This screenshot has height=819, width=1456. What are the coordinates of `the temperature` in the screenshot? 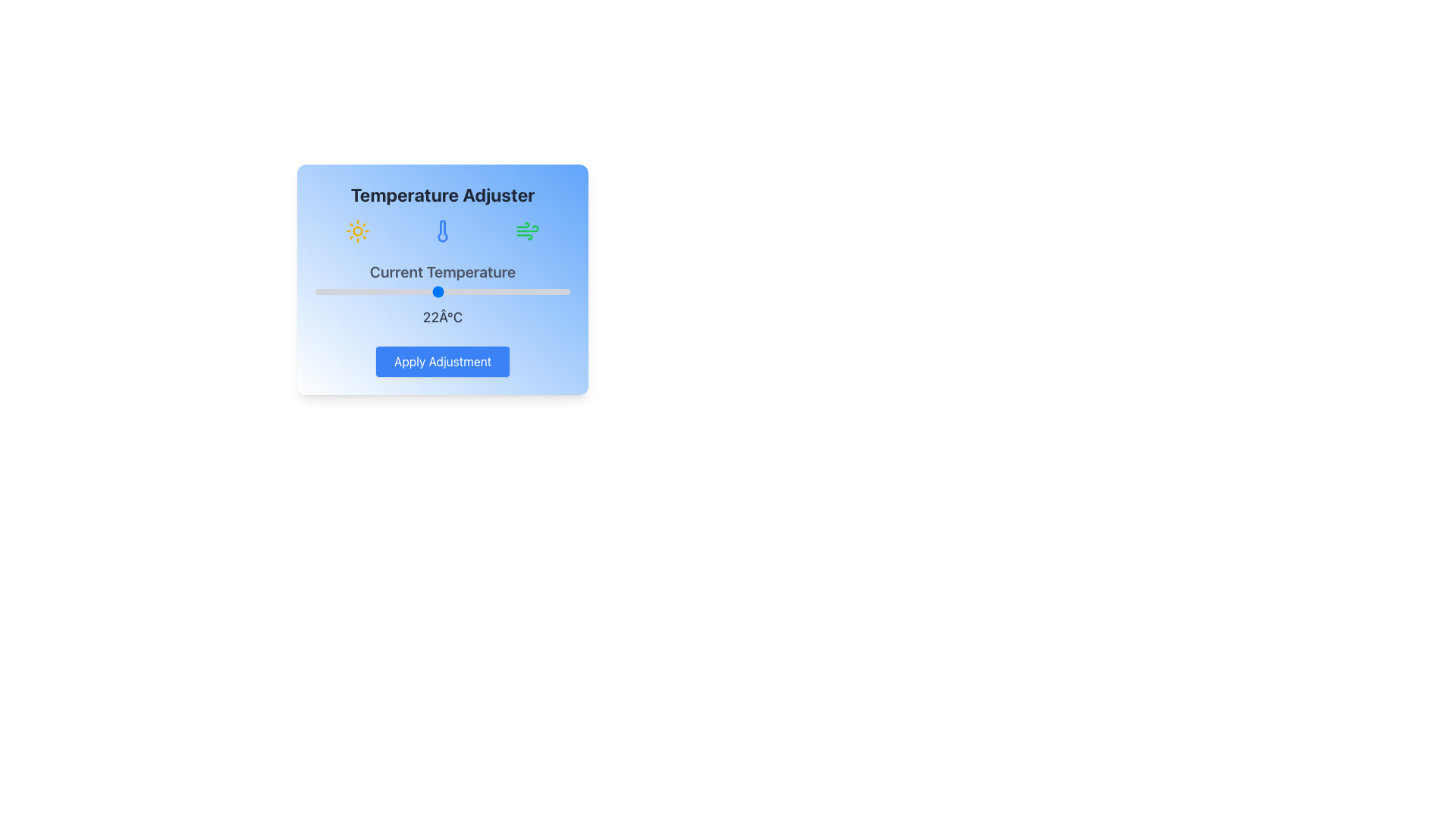 It's located at (539, 292).